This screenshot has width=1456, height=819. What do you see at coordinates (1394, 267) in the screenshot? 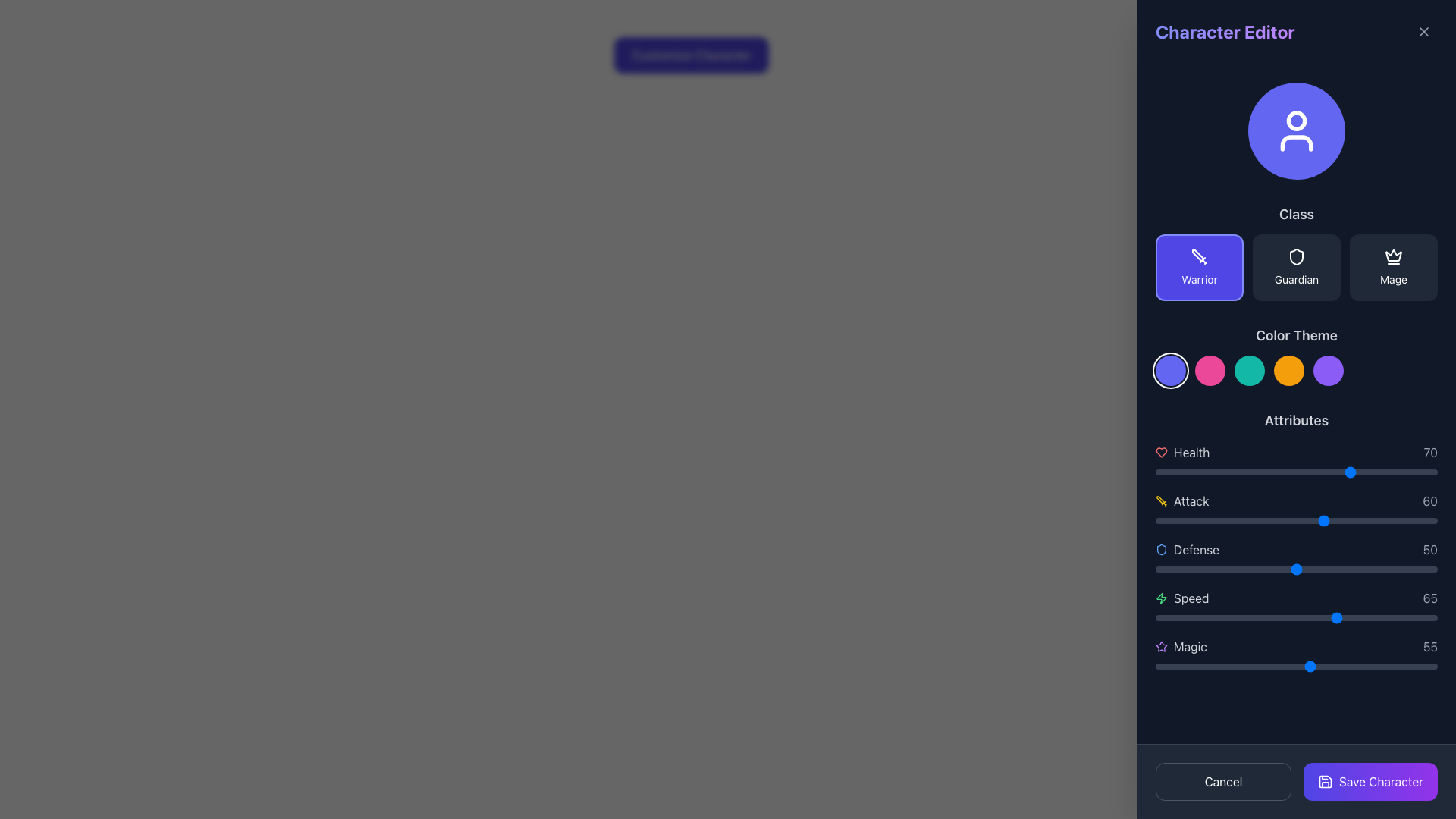
I see `the button with a dark background featuring a crown icon and the text 'Mage'` at bounding box center [1394, 267].